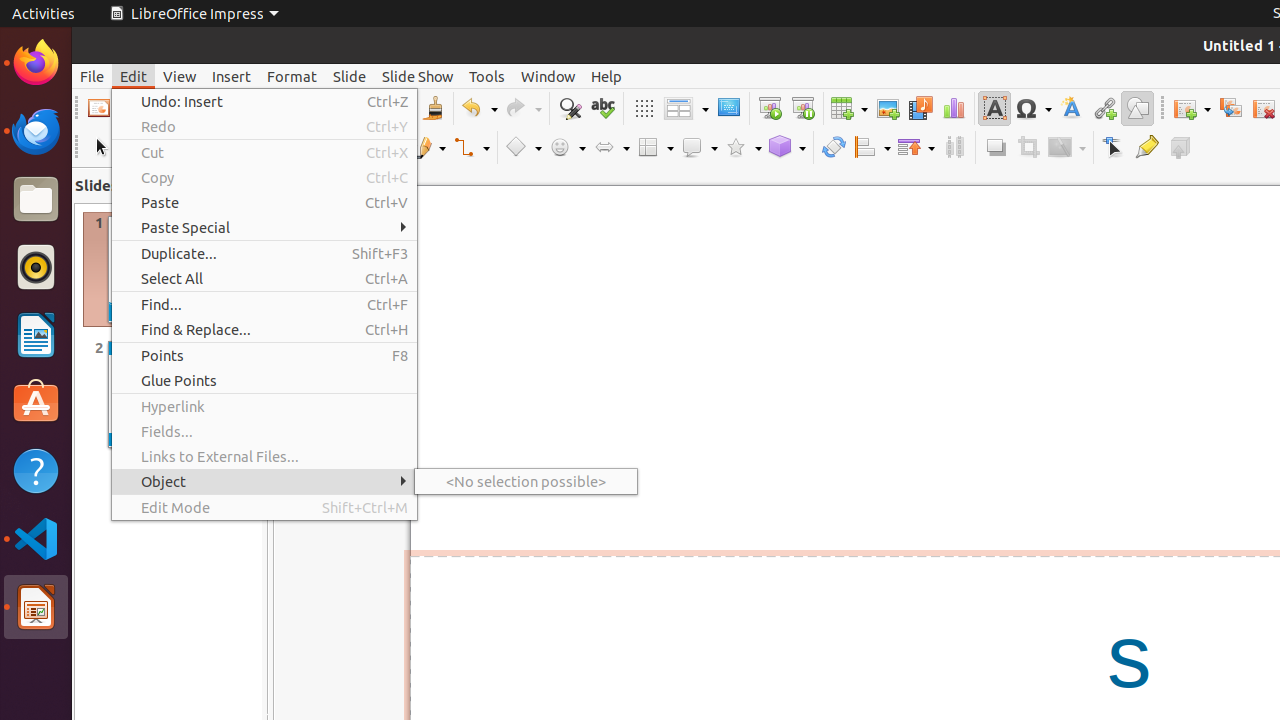 The width and height of the screenshot is (1280, 720). What do you see at coordinates (349, 75) in the screenshot?
I see `'Slide'` at bounding box center [349, 75].